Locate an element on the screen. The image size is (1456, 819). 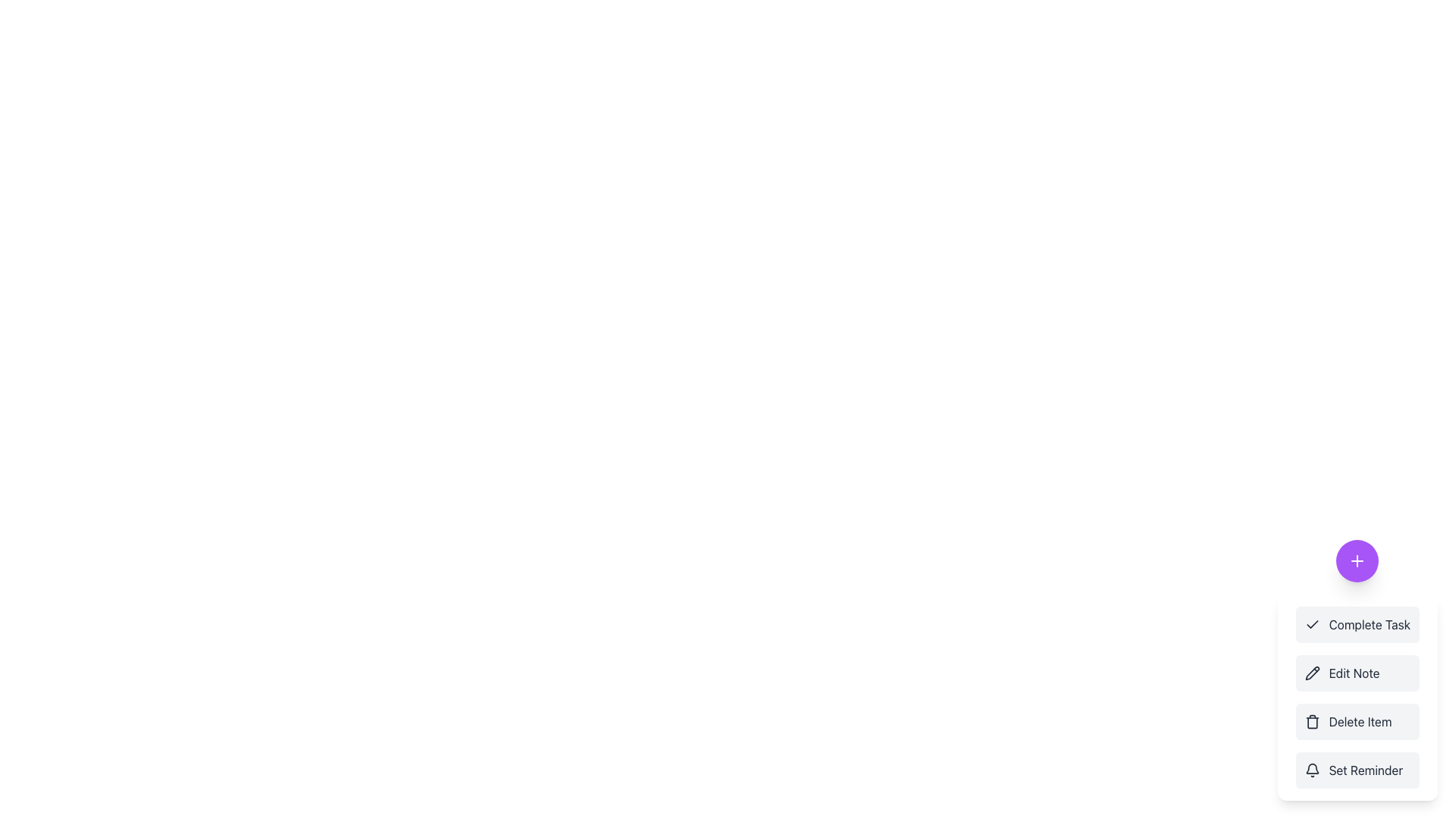
the pencil icon indicating the edit function located inside the row labeled 'Edit Note' is located at coordinates (1311, 672).